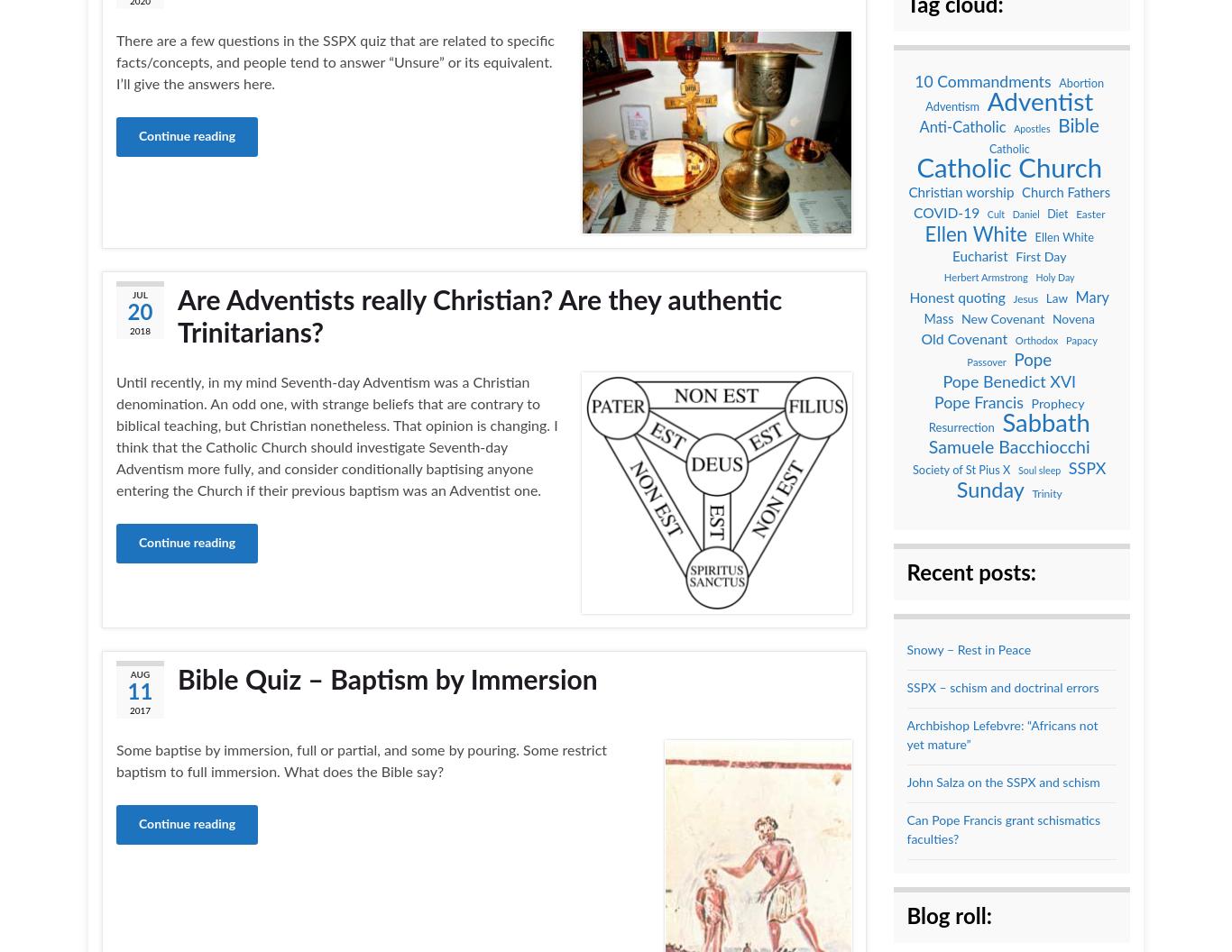 The height and width of the screenshot is (952, 1232). I want to click on 'Can Pope Francis grant schismatics faculties?', so click(1002, 828).